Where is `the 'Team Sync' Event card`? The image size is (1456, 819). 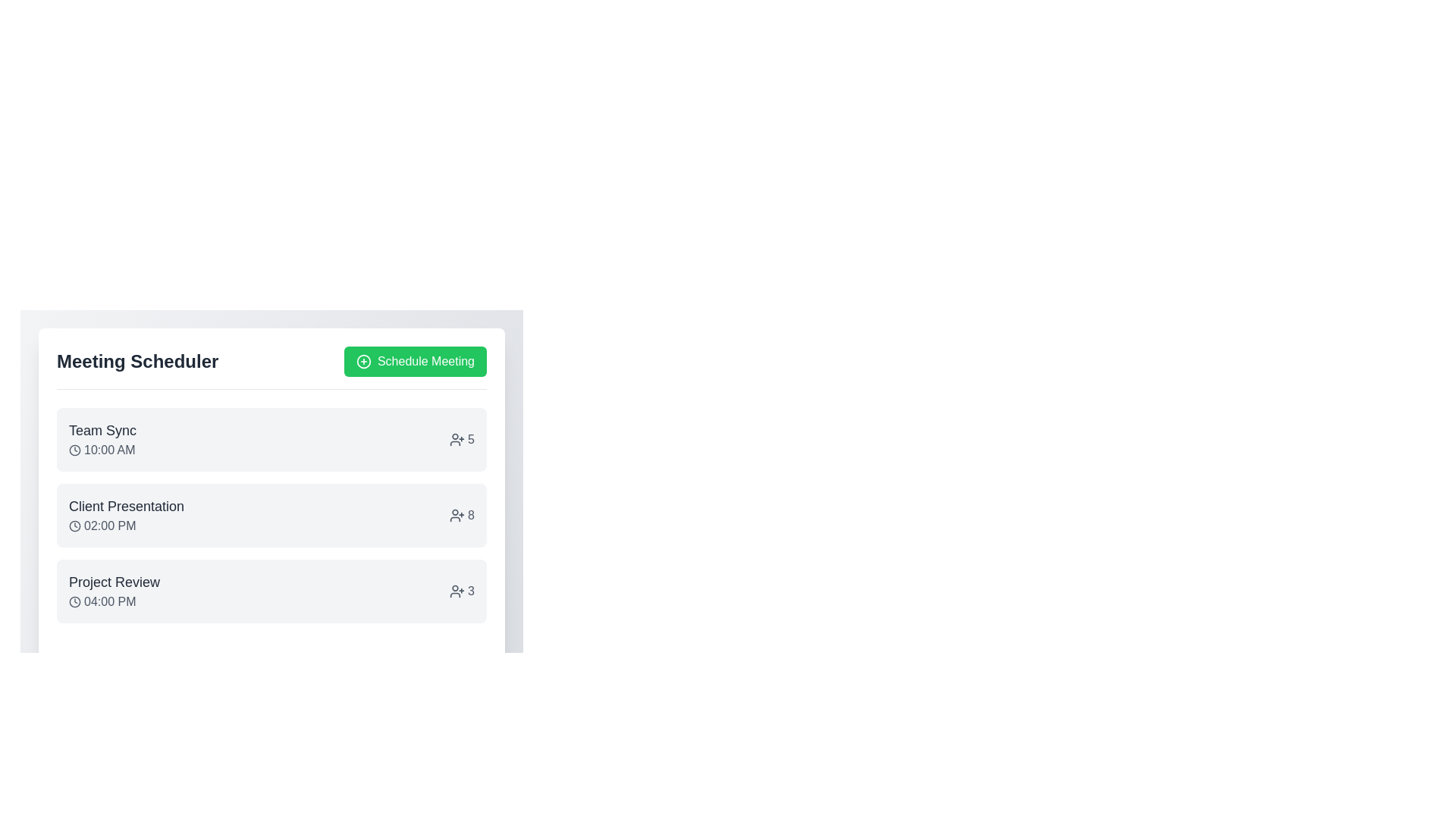
the 'Team Sync' Event card is located at coordinates (271, 439).